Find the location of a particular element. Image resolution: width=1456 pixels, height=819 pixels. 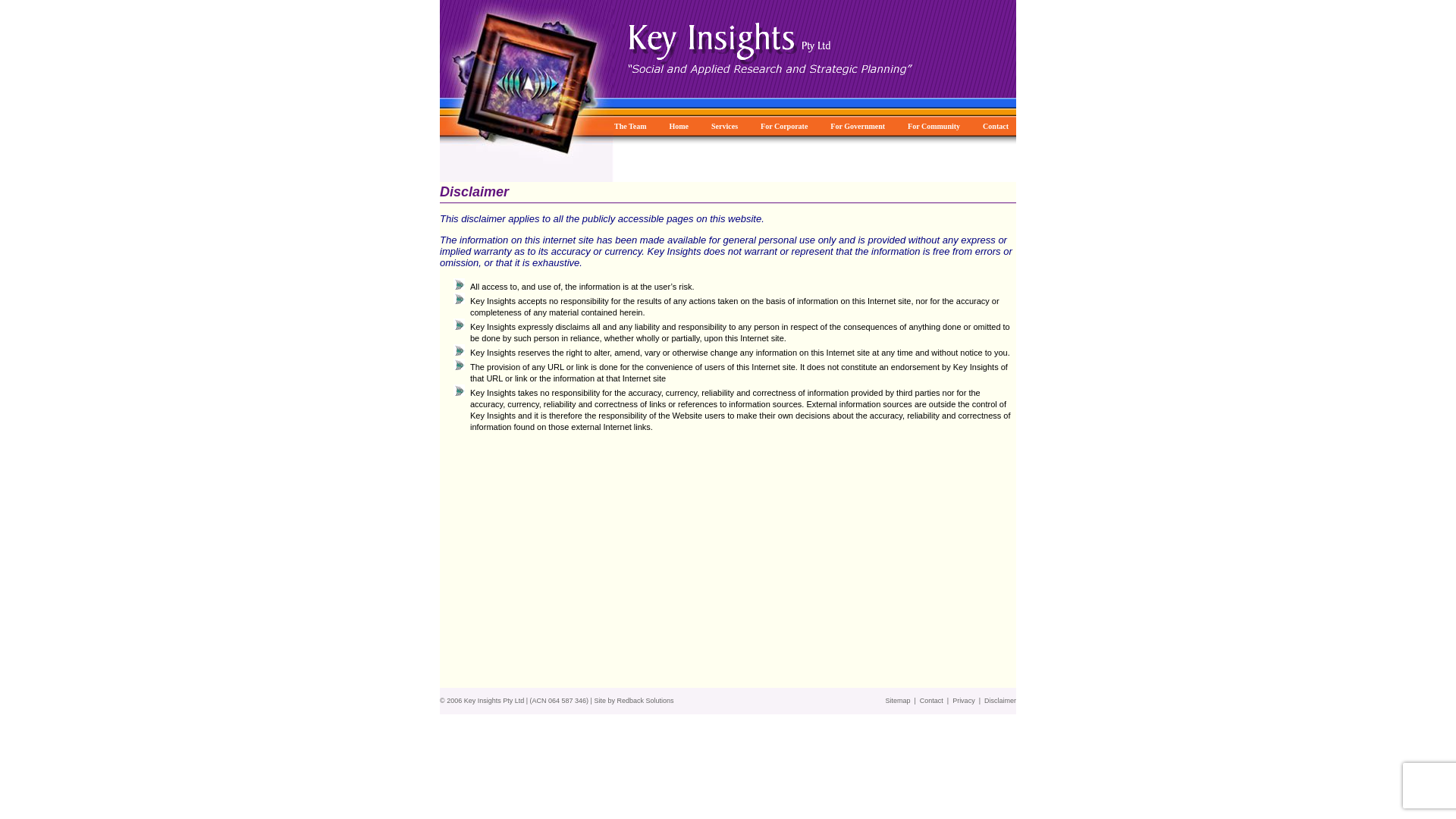

'Site by Redback Solutions' is located at coordinates (633, 701).